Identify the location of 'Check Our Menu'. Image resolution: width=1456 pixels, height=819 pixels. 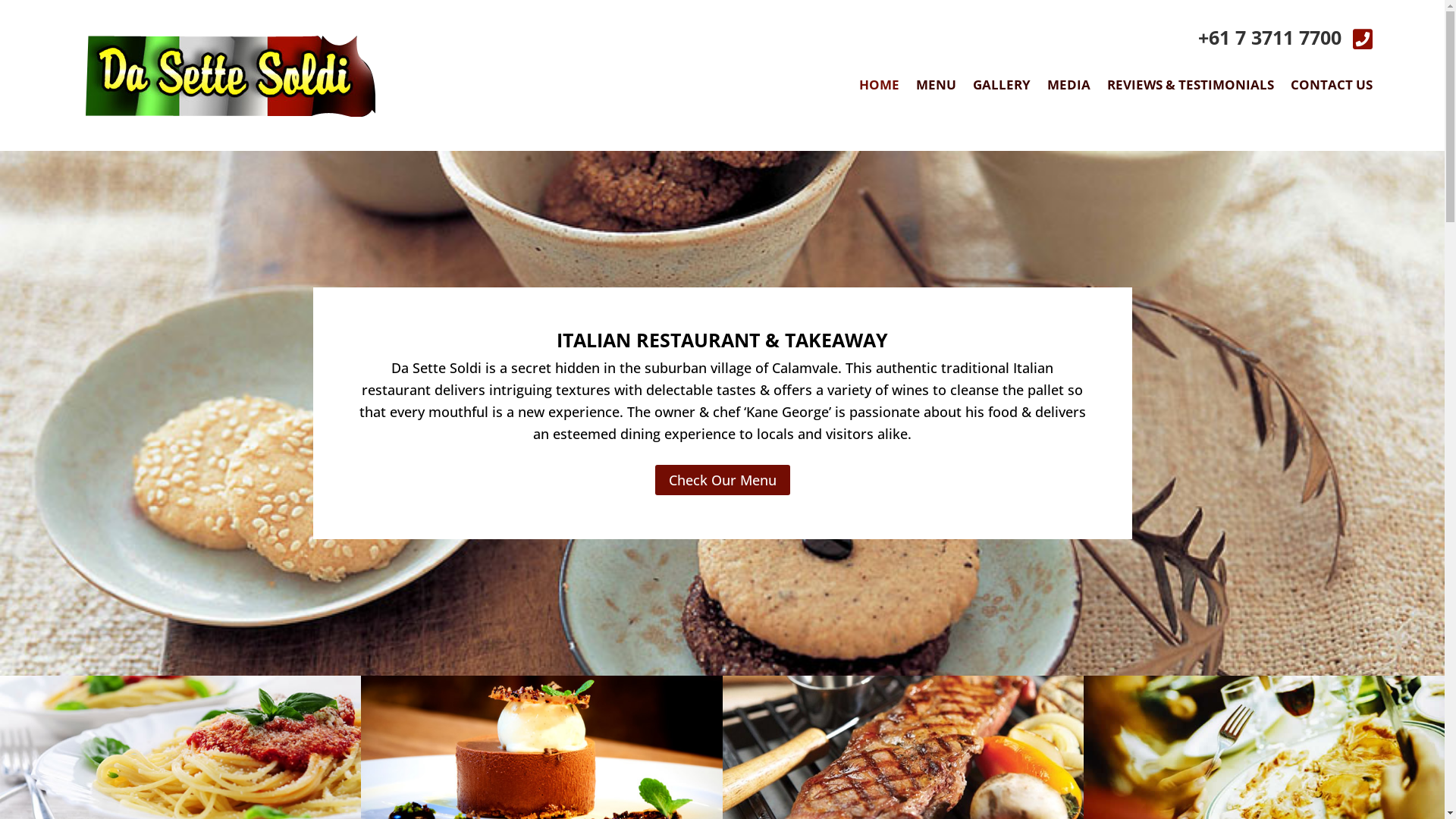
(722, 480).